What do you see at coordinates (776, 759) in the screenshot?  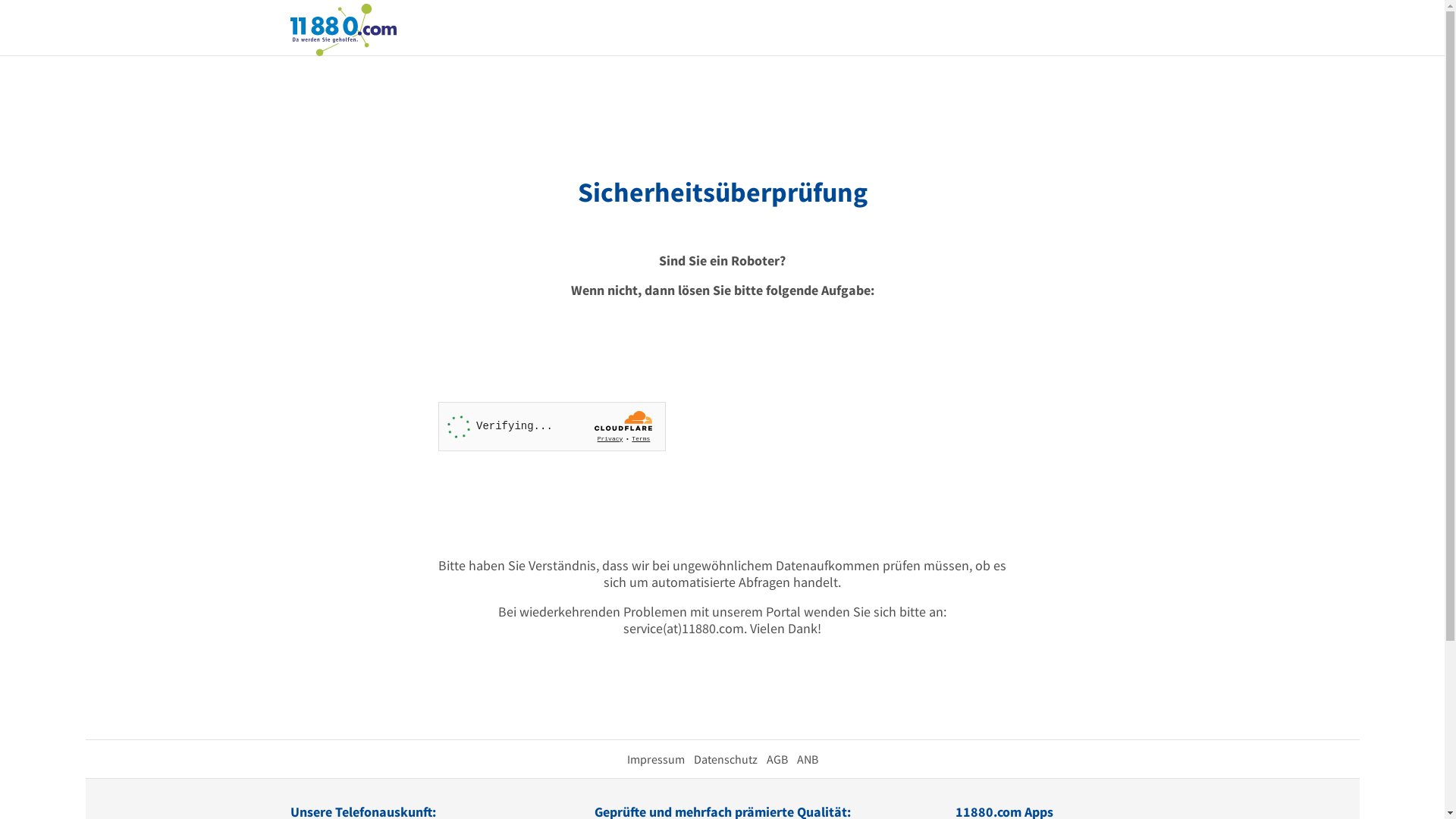 I see `'AGB'` at bounding box center [776, 759].